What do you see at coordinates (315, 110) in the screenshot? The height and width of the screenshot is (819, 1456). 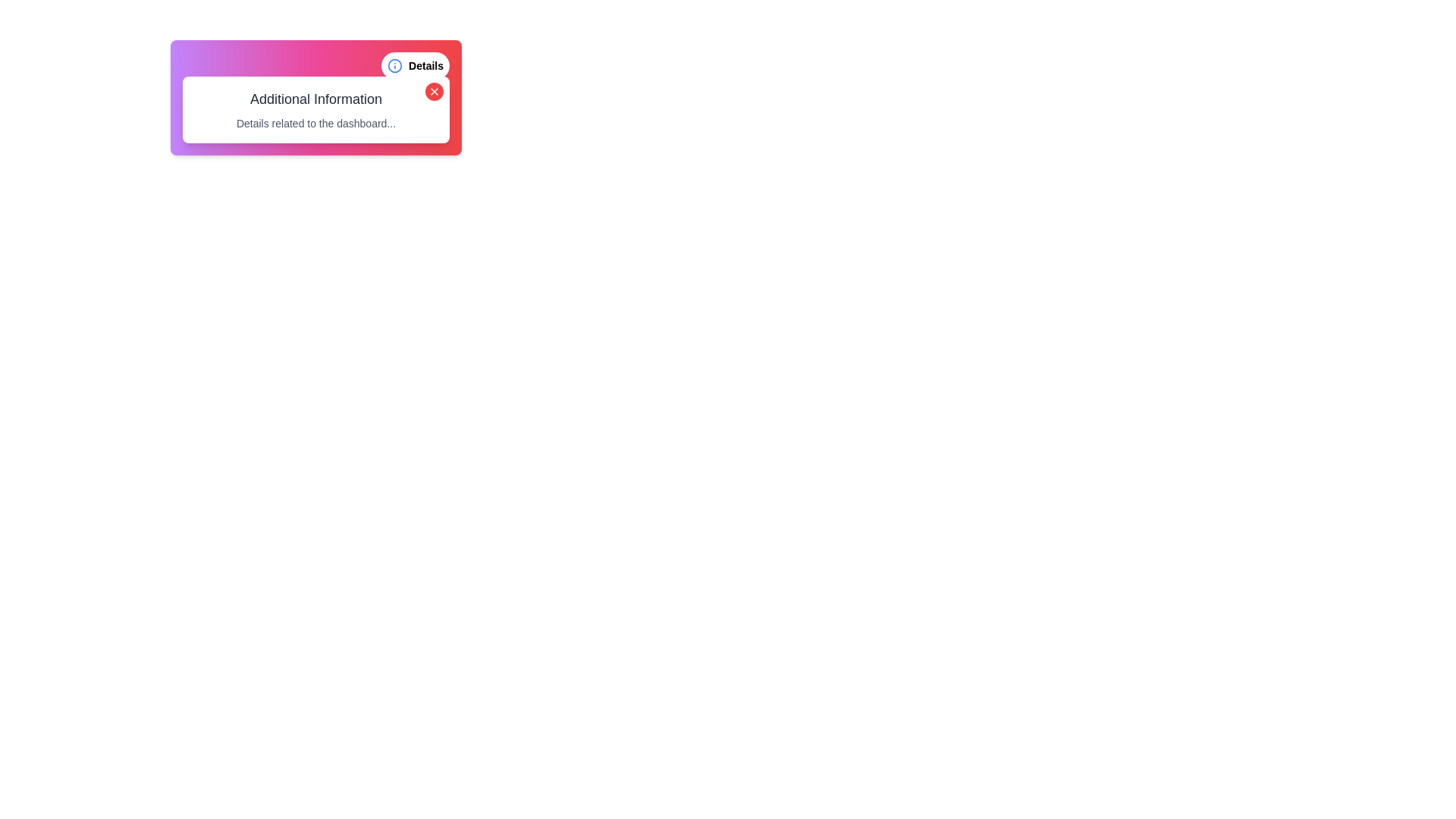 I see `the Heading element that serves as a title, positioned above the text 'Monitor various metrics and activities.'` at bounding box center [315, 110].